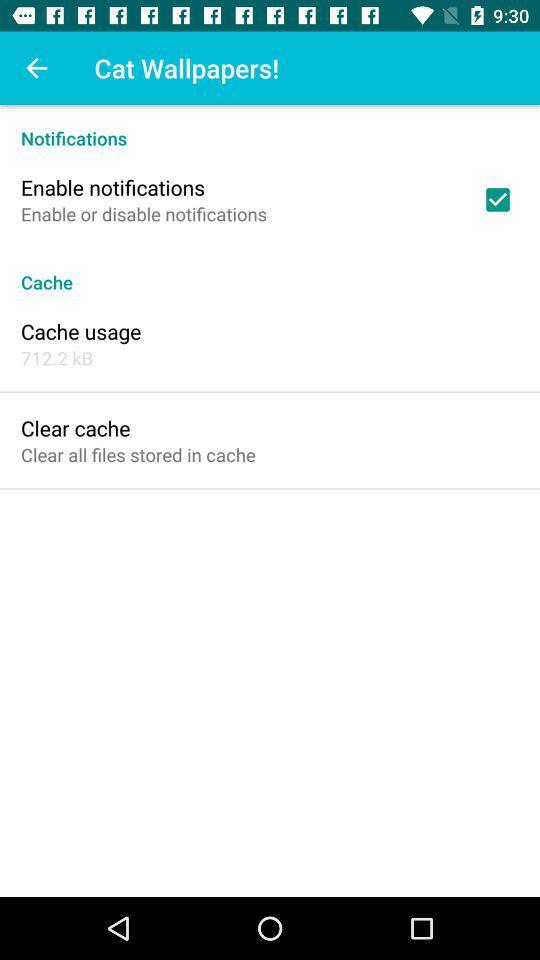 The image size is (540, 960). Describe the element at coordinates (80, 331) in the screenshot. I see `cache usage icon` at that location.